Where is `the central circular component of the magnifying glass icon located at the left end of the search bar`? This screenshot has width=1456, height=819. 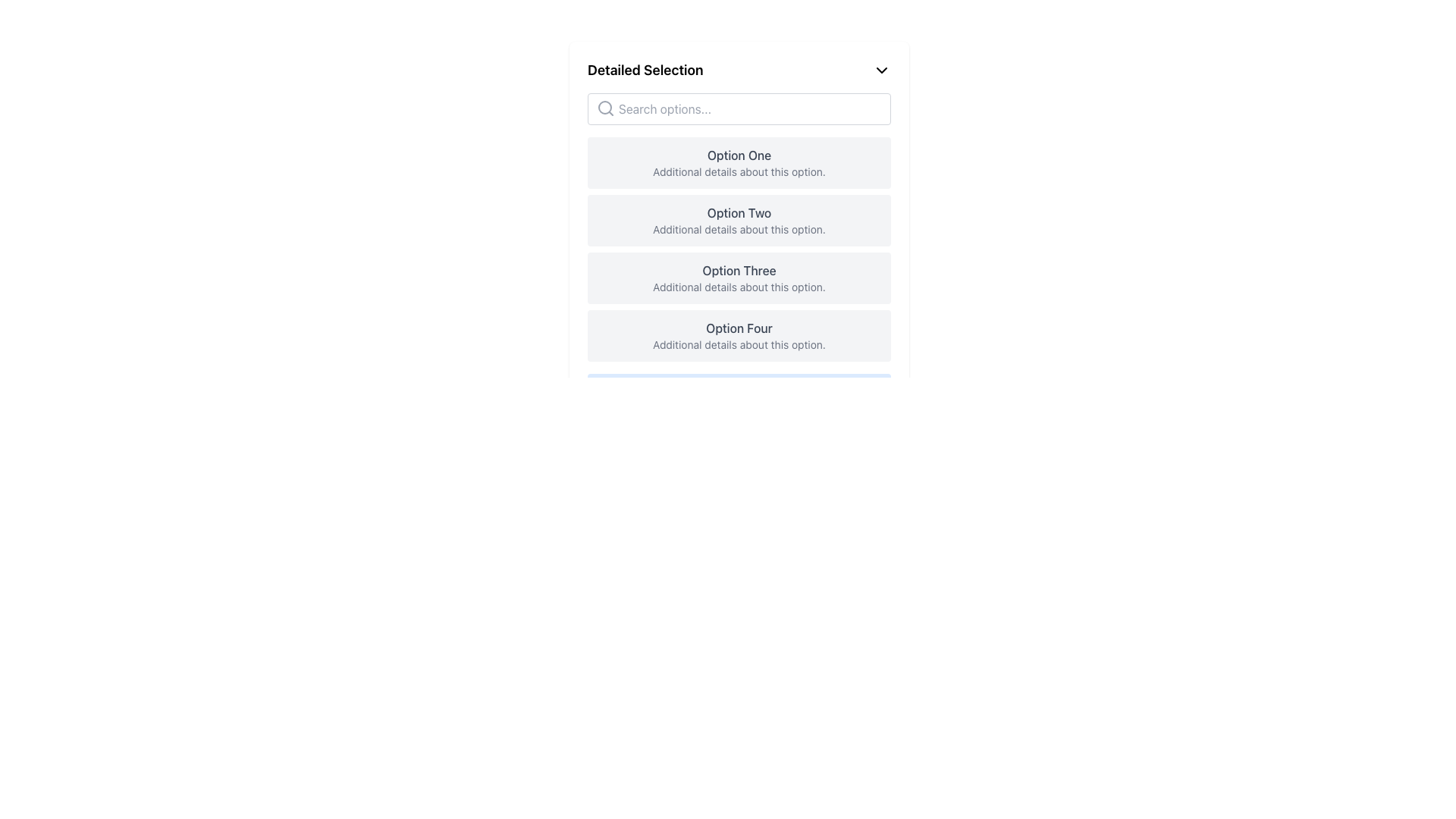
the central circular component of the magnifying glass icon located at the left end of the search bar is located at coordinates (604, 107).